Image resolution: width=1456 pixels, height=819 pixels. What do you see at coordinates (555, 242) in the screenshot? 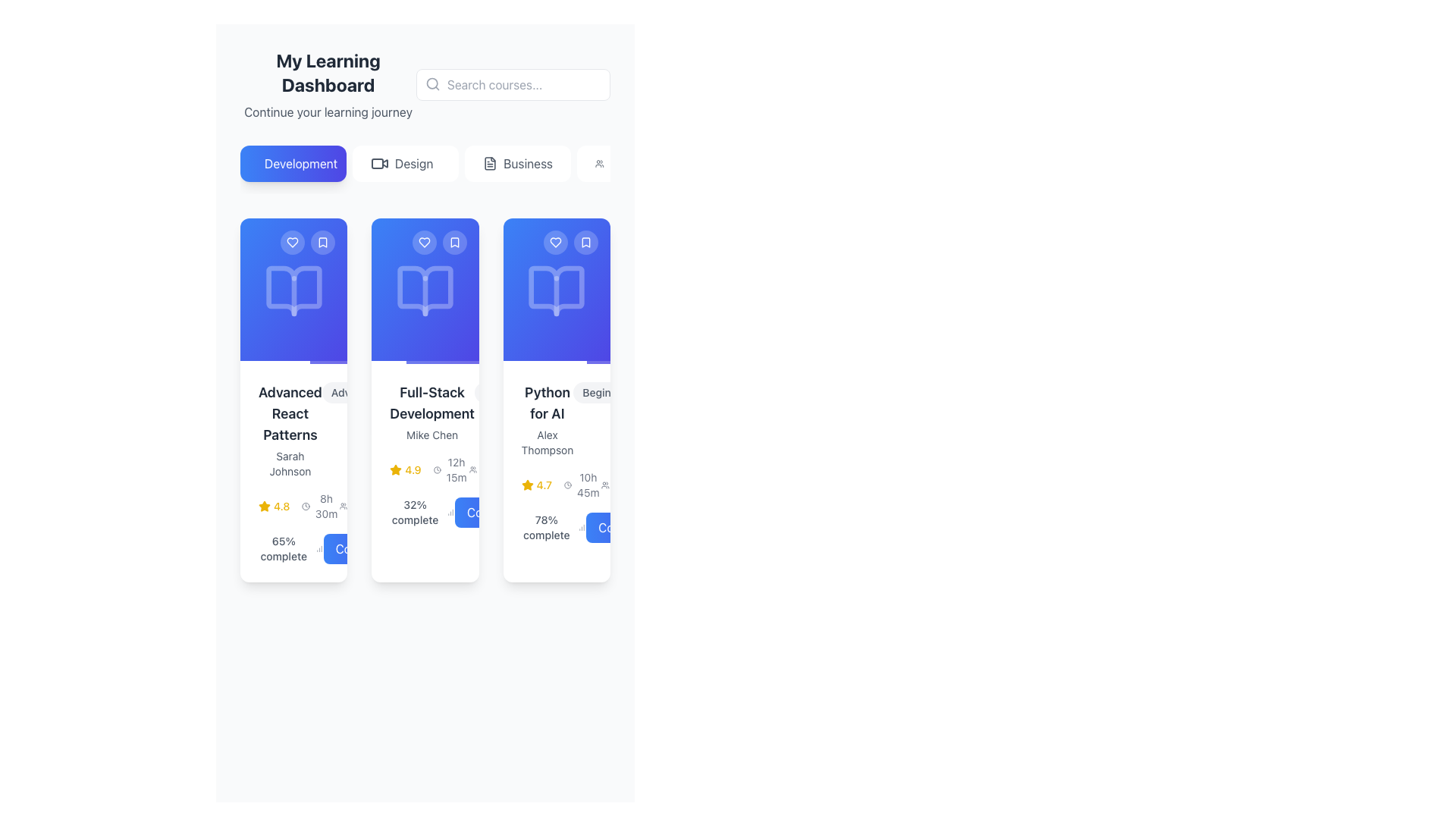
I see `the heart-shaped icon located in the blue header section of the third card to favorite the course` at bounding box center [555, 242].